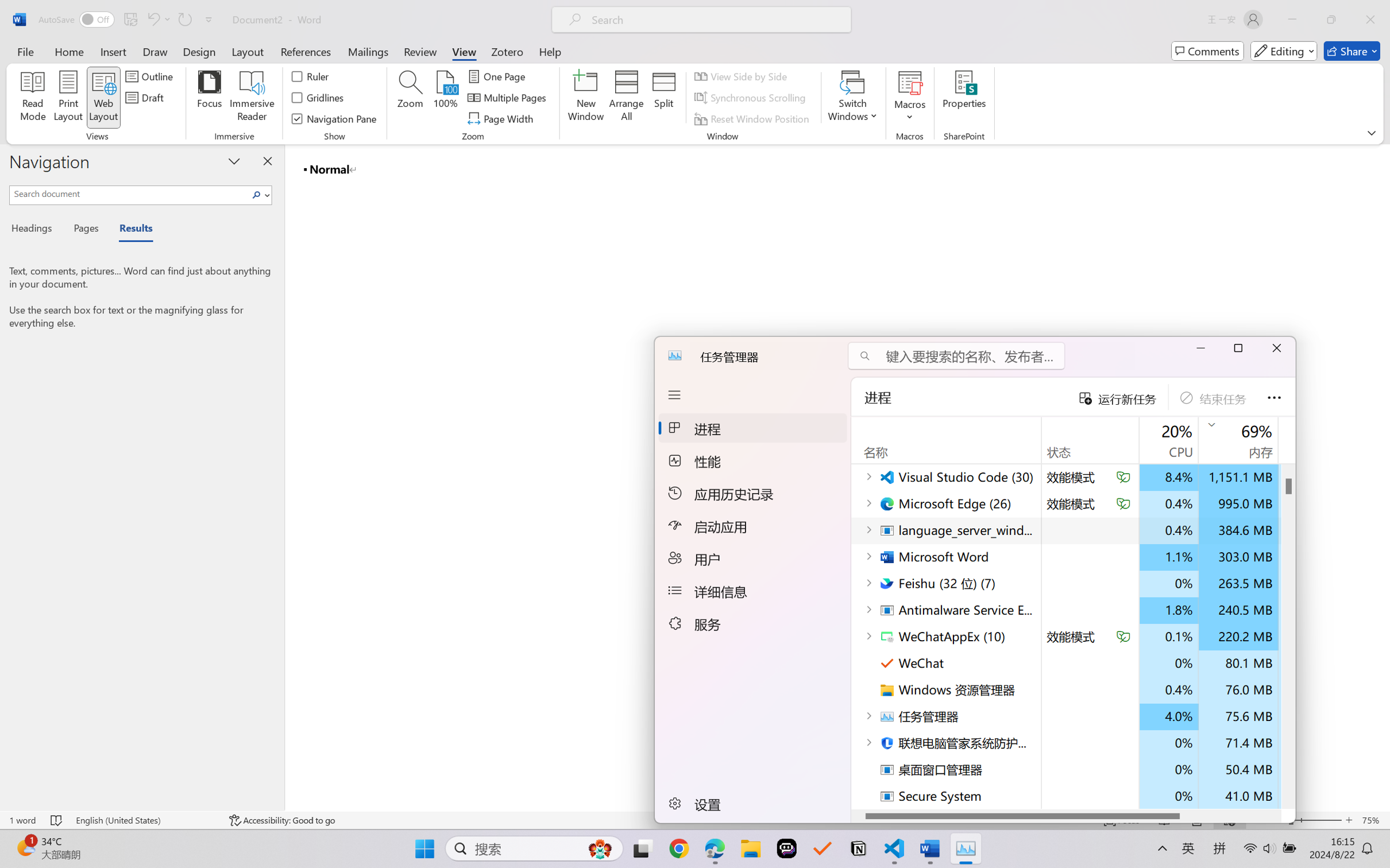 The height and width of the screenshot is (868, 1390). Describe the element at coordinates (909, 98) in the screenshot. I see `'Macros'` at that location.